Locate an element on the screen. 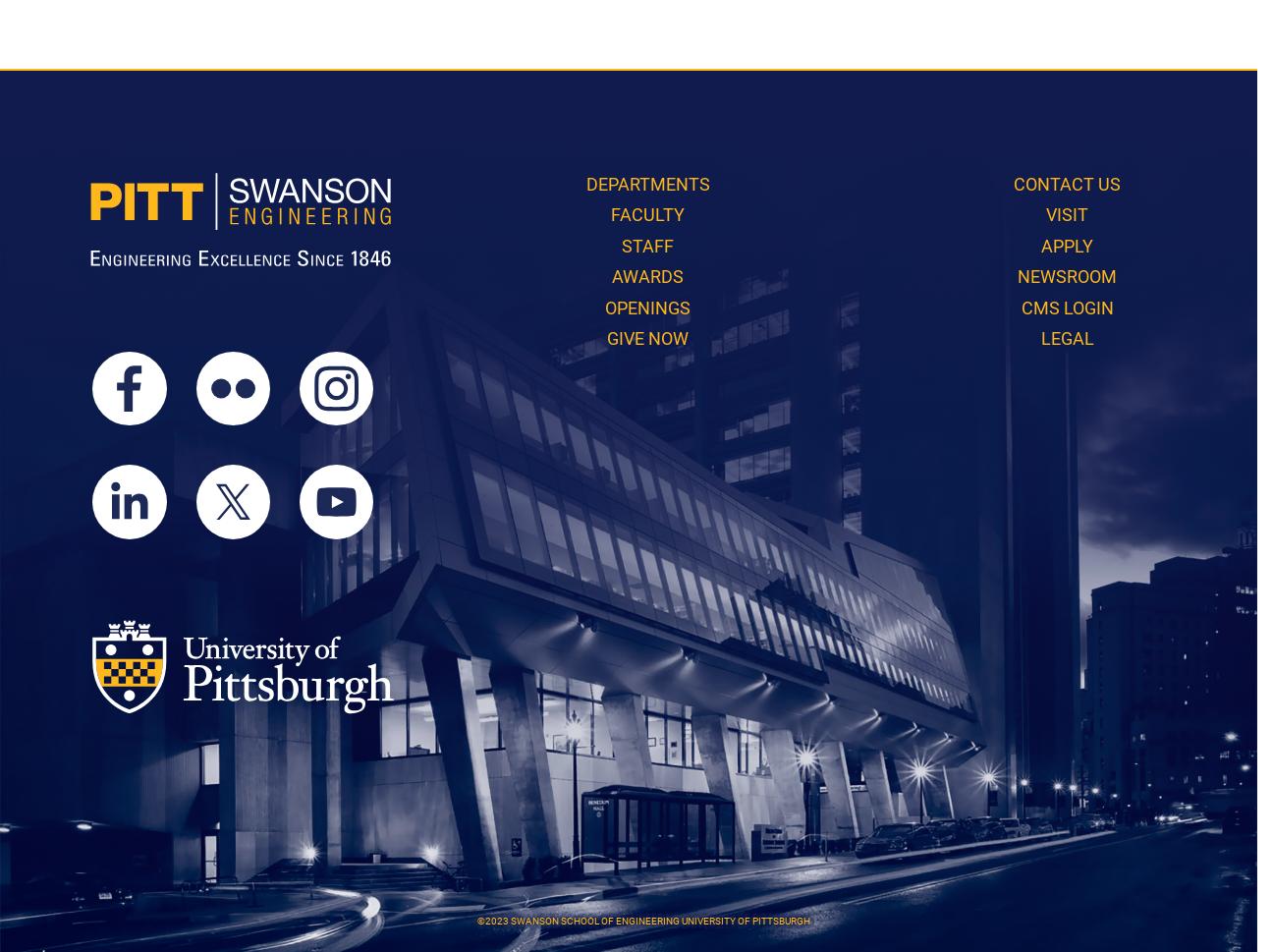 The width and height of the screenshot is (1272, 952). 'Staff' is located at coordinates (647, 244).